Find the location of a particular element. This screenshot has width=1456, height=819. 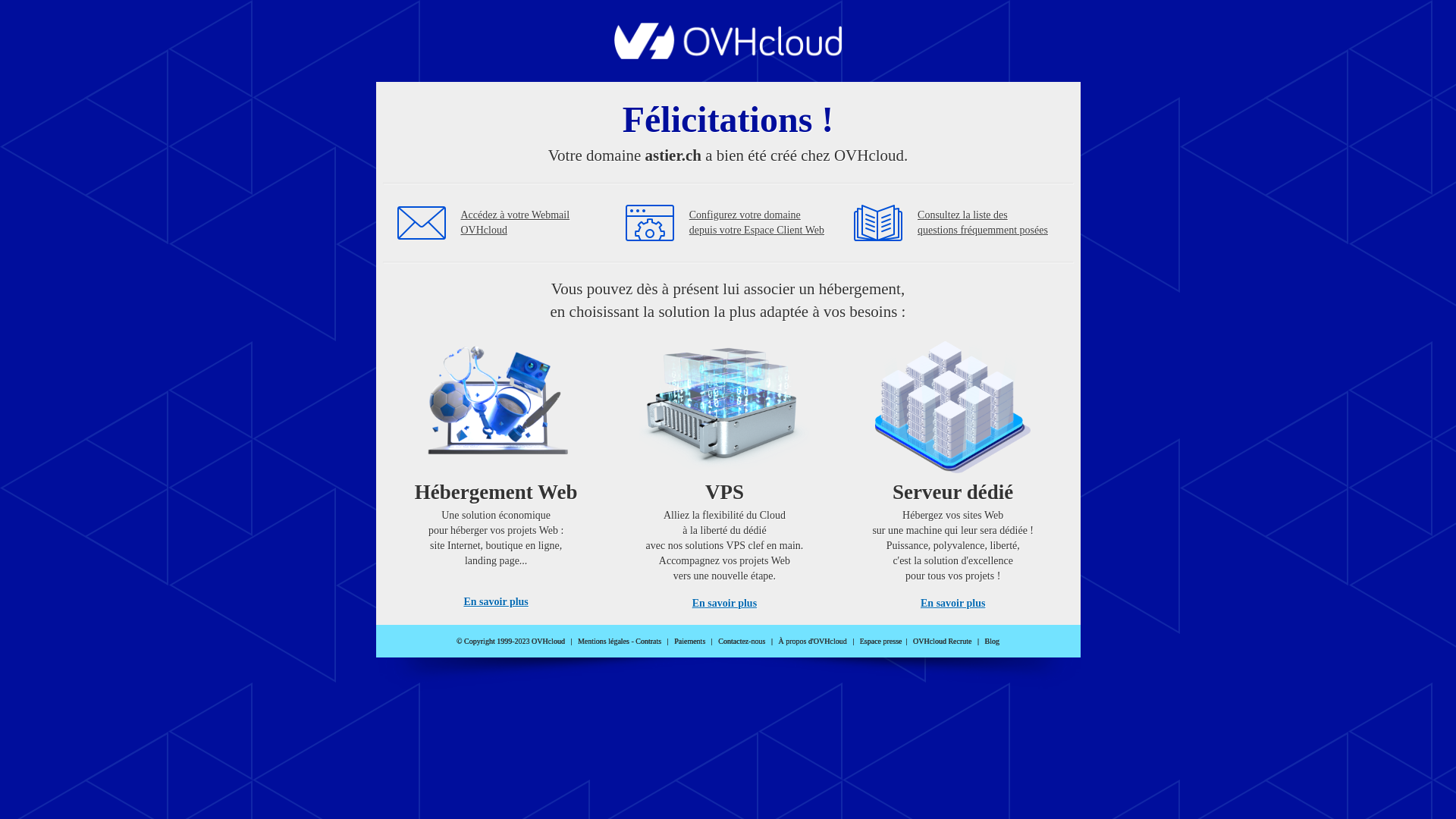

'En savoir plus' is located at coordinates (462, 601).